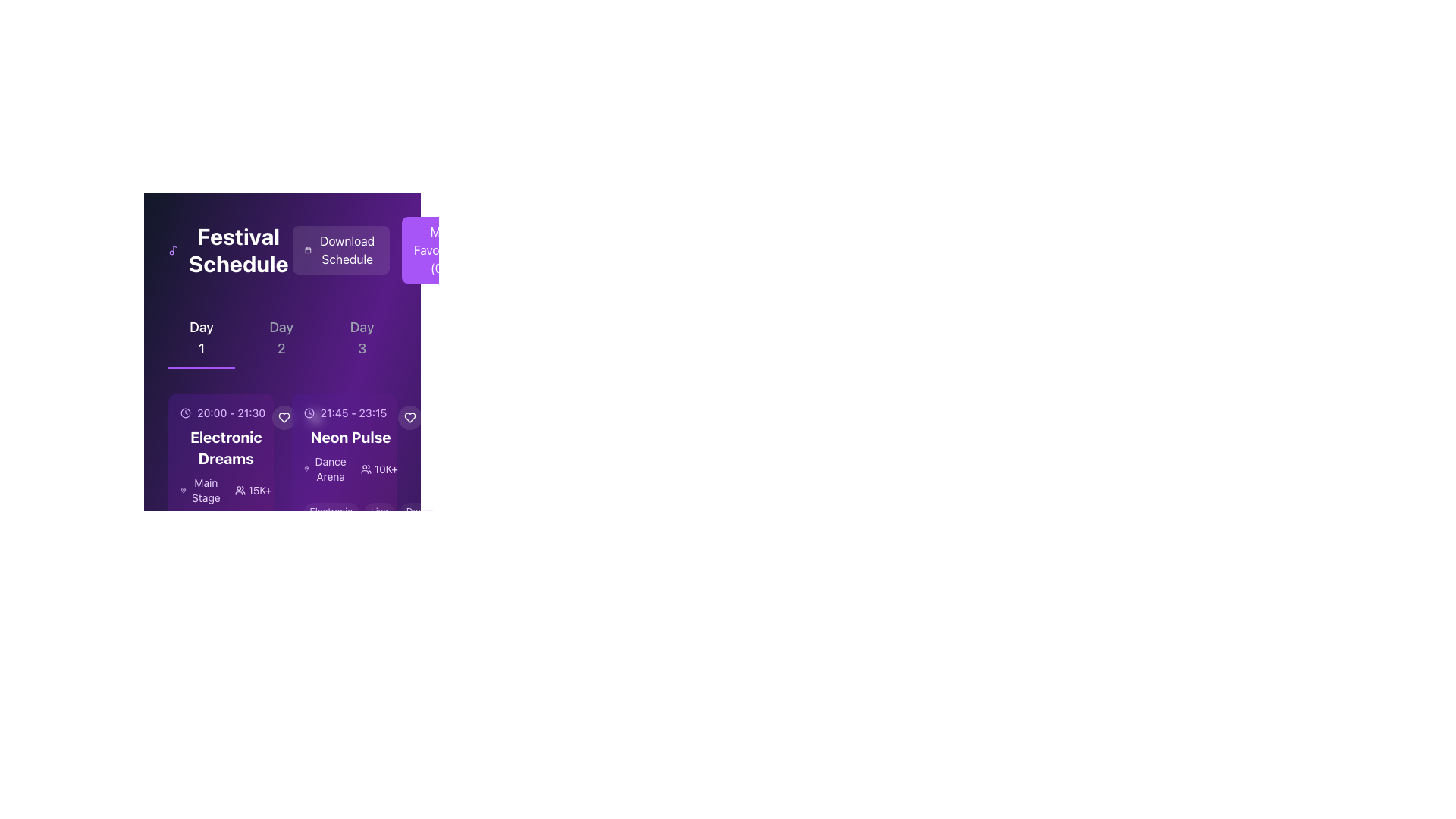 The height and width of the screenshot is (819, 1456). I want to click on the user group icon located to the left of the '15K+' text under the 'Electronic Dreams' title in the schedule card, so click(239, 491).